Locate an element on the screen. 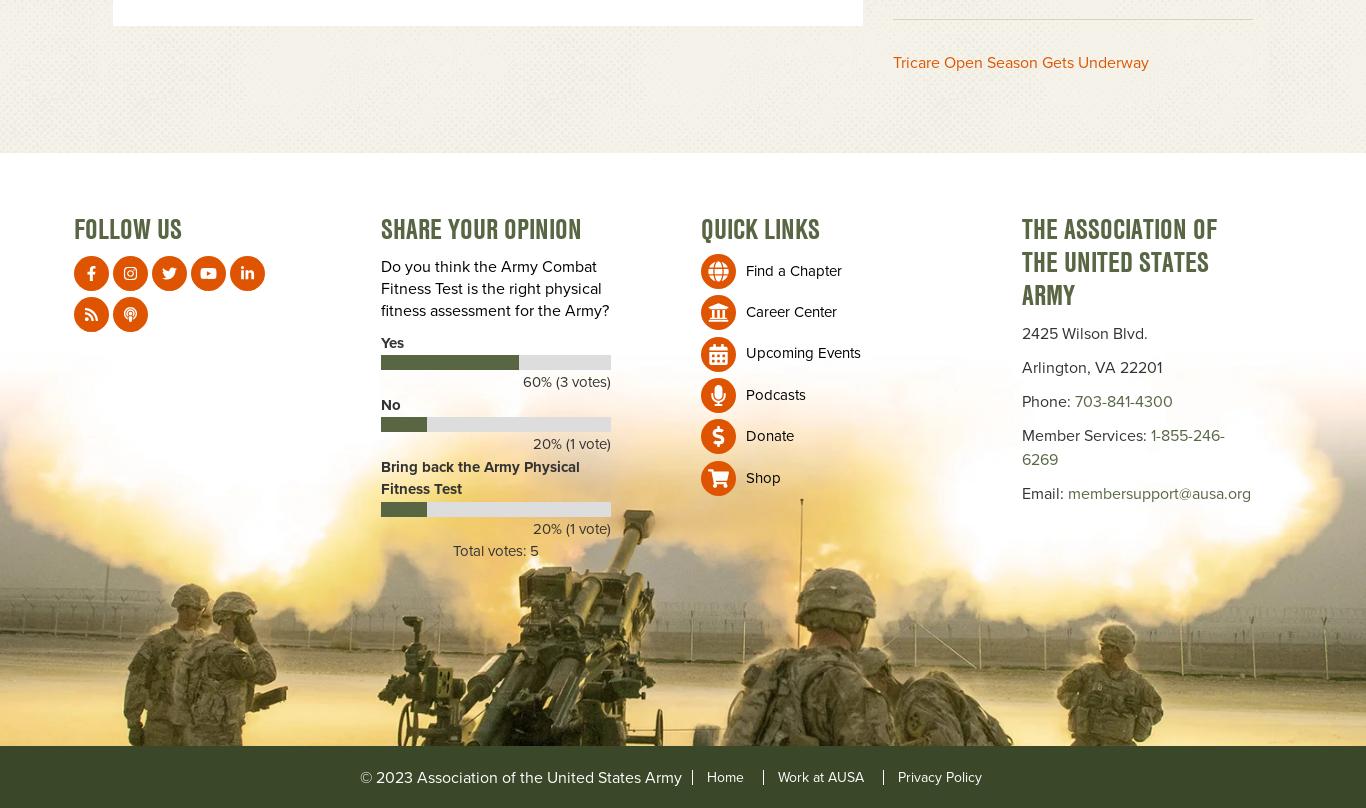 The image size is (1366, 808). 'Email:' is located at coordinates (1043, 492).